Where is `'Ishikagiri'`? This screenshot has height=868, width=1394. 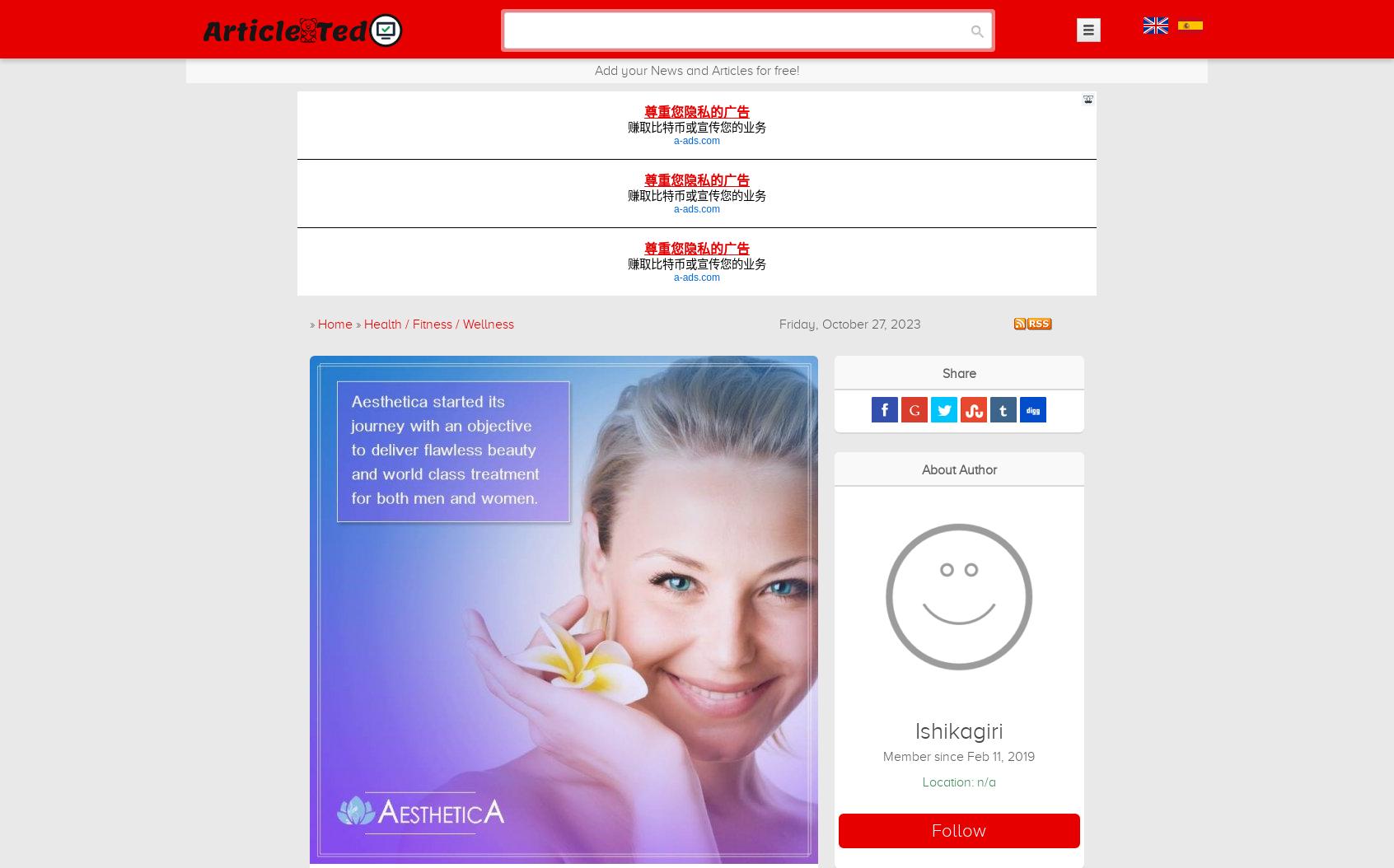
'Ishikagiri' is located at coordinates (957, 730).